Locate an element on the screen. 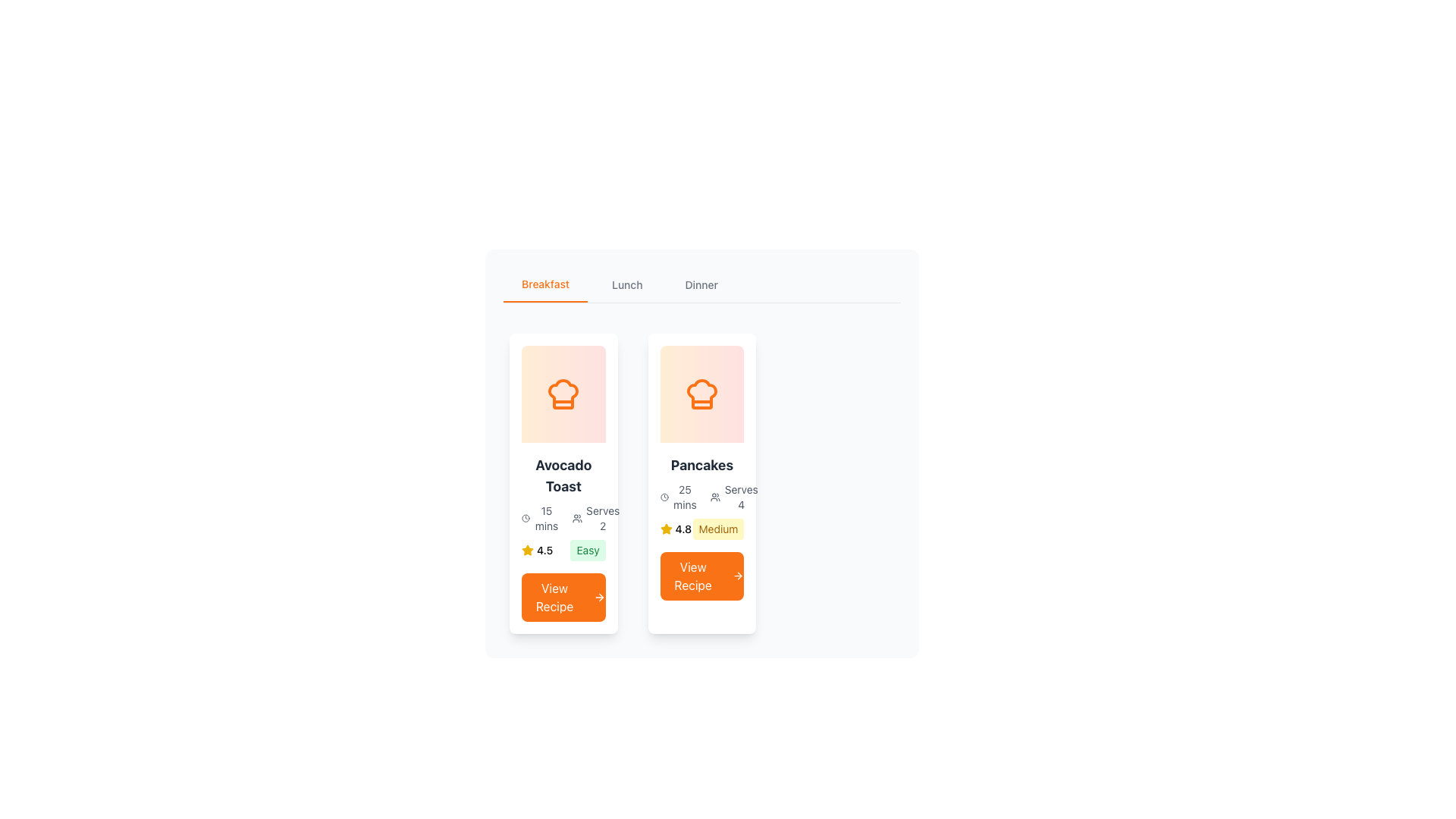 The width and height of the screenshot is (1456, 819). the time displayed in the Time indicator for the recipe titled 'Pancakes', located on the right-hand card beneath the title and next to the serving information is located at coordinates (678, 497).